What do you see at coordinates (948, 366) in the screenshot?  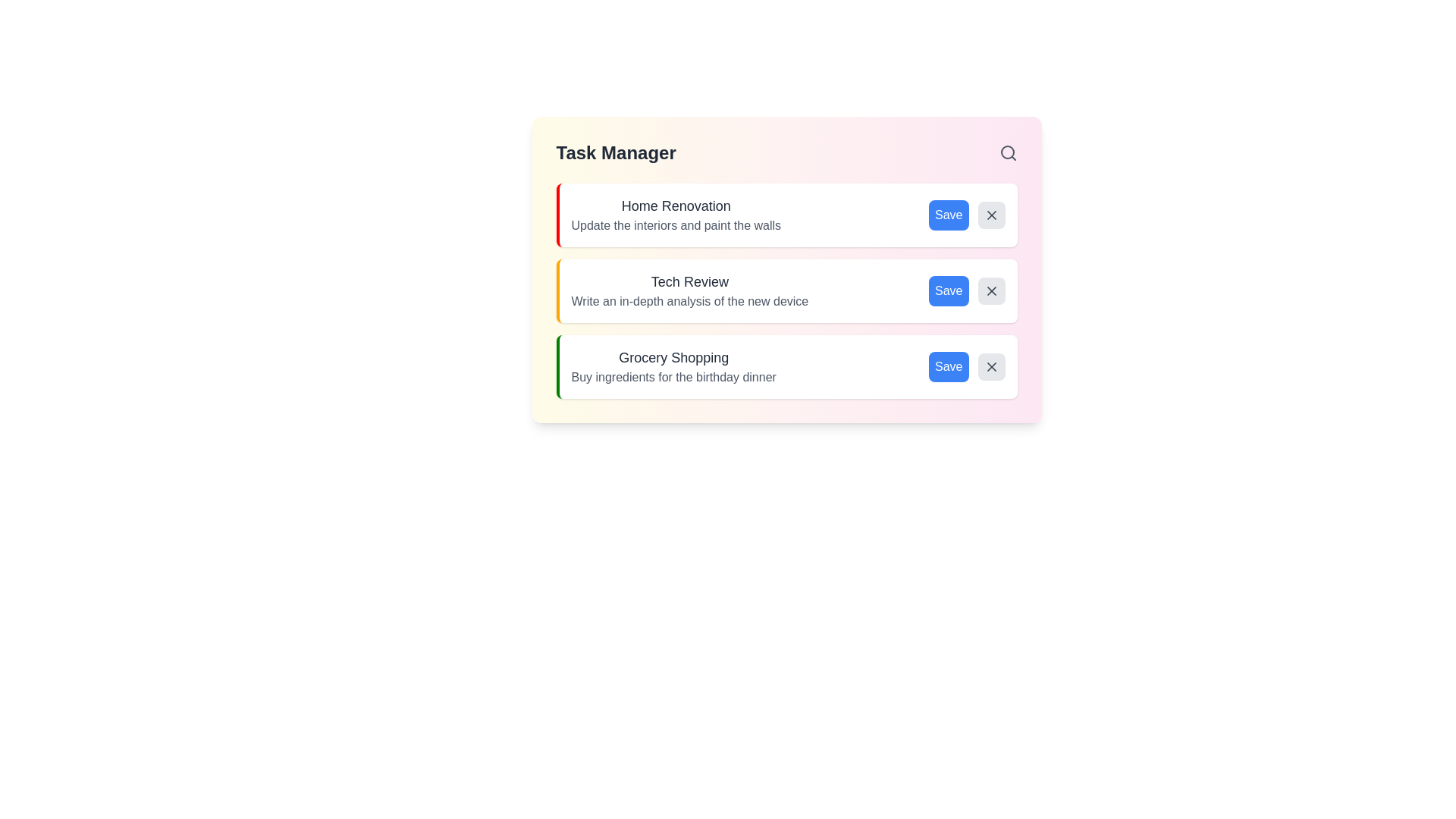 I see `the 'Save' button for the task item Grocery Shopping` at bounding box center [948, 366].